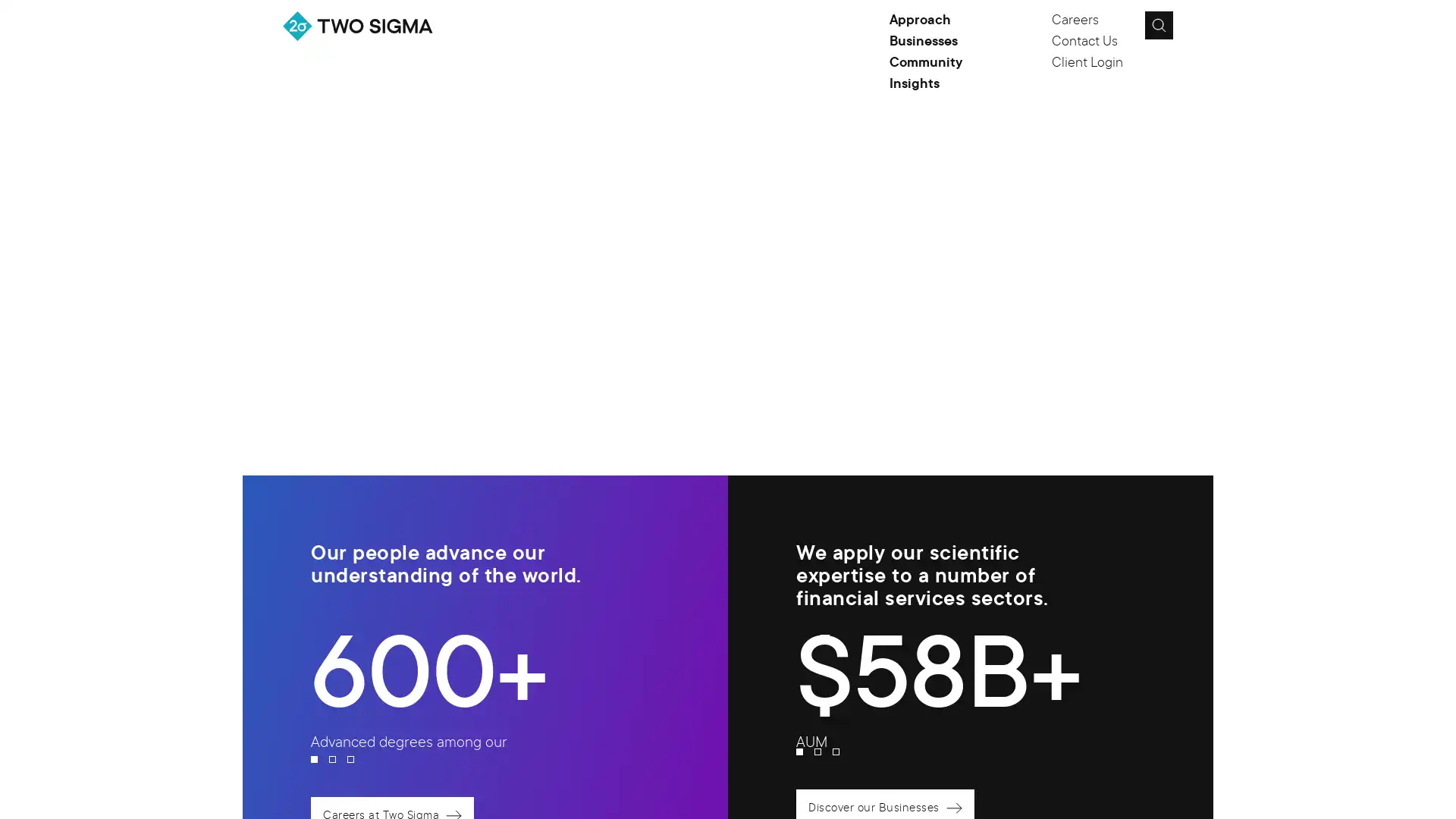  I want to click on Search, so click(1157, 25).